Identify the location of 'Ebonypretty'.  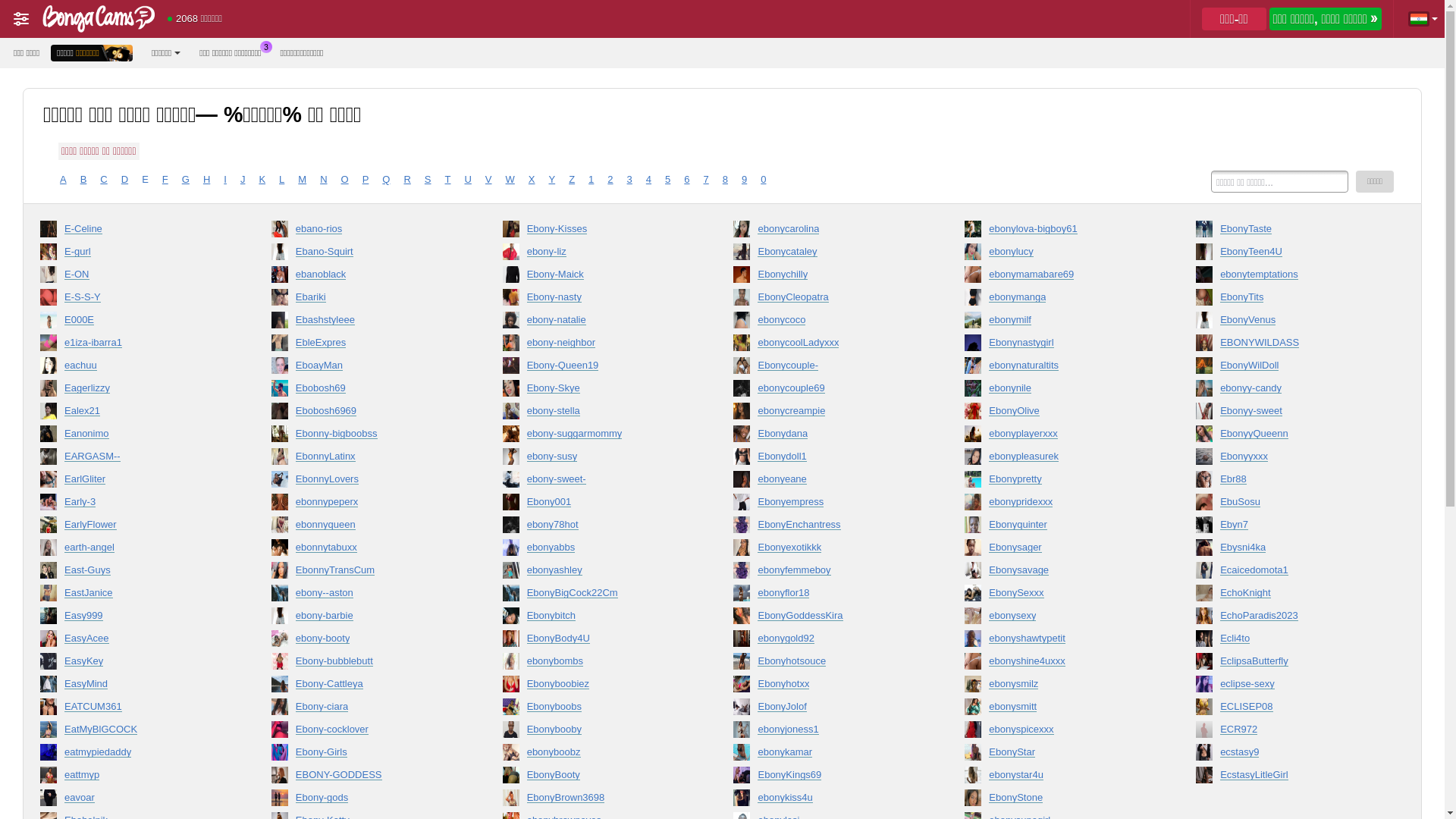
(1058, 482).